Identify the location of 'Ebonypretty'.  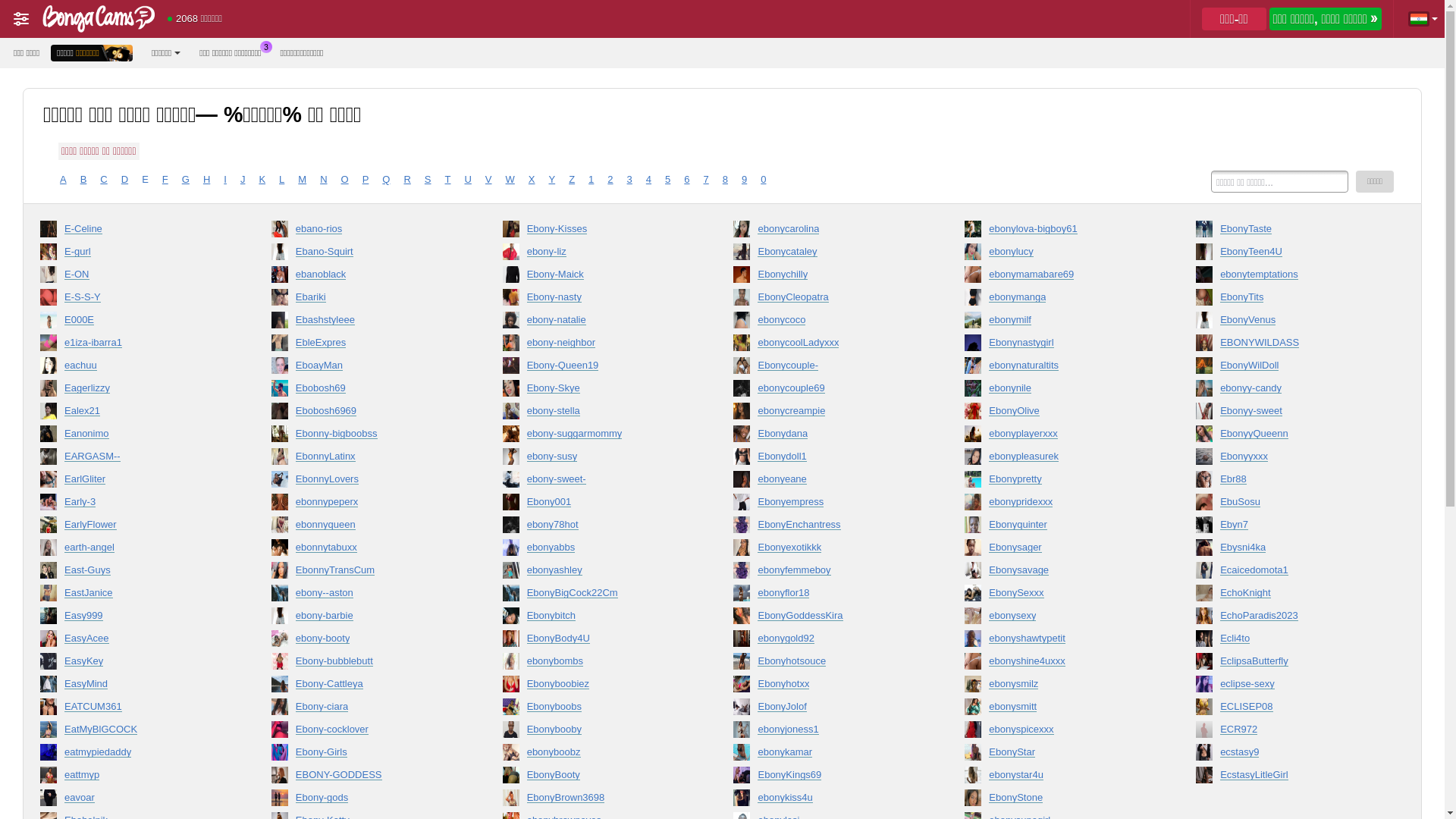
(1058, 482).